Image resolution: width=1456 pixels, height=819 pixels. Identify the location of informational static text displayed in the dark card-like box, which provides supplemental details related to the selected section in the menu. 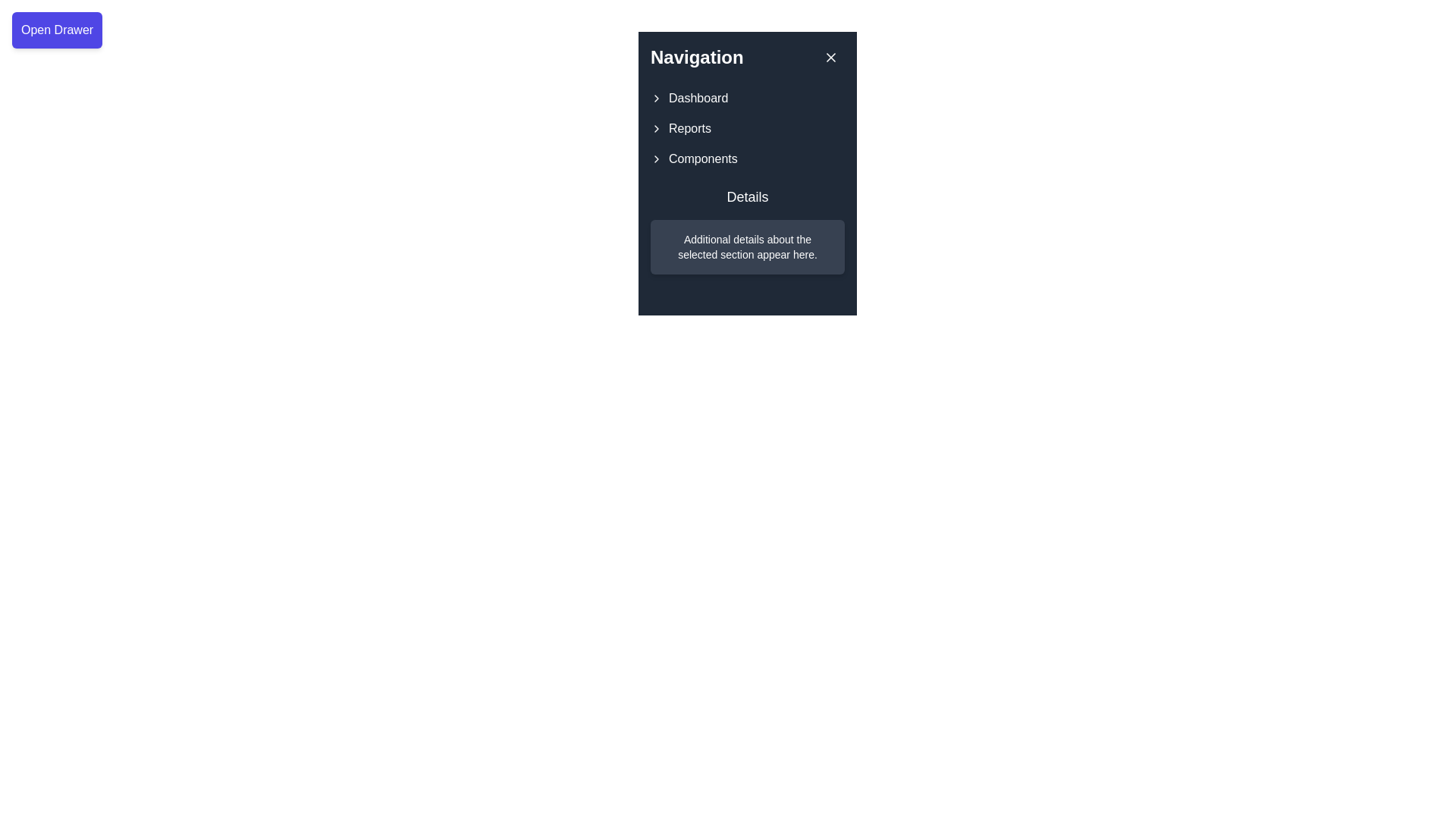
(747, 246).